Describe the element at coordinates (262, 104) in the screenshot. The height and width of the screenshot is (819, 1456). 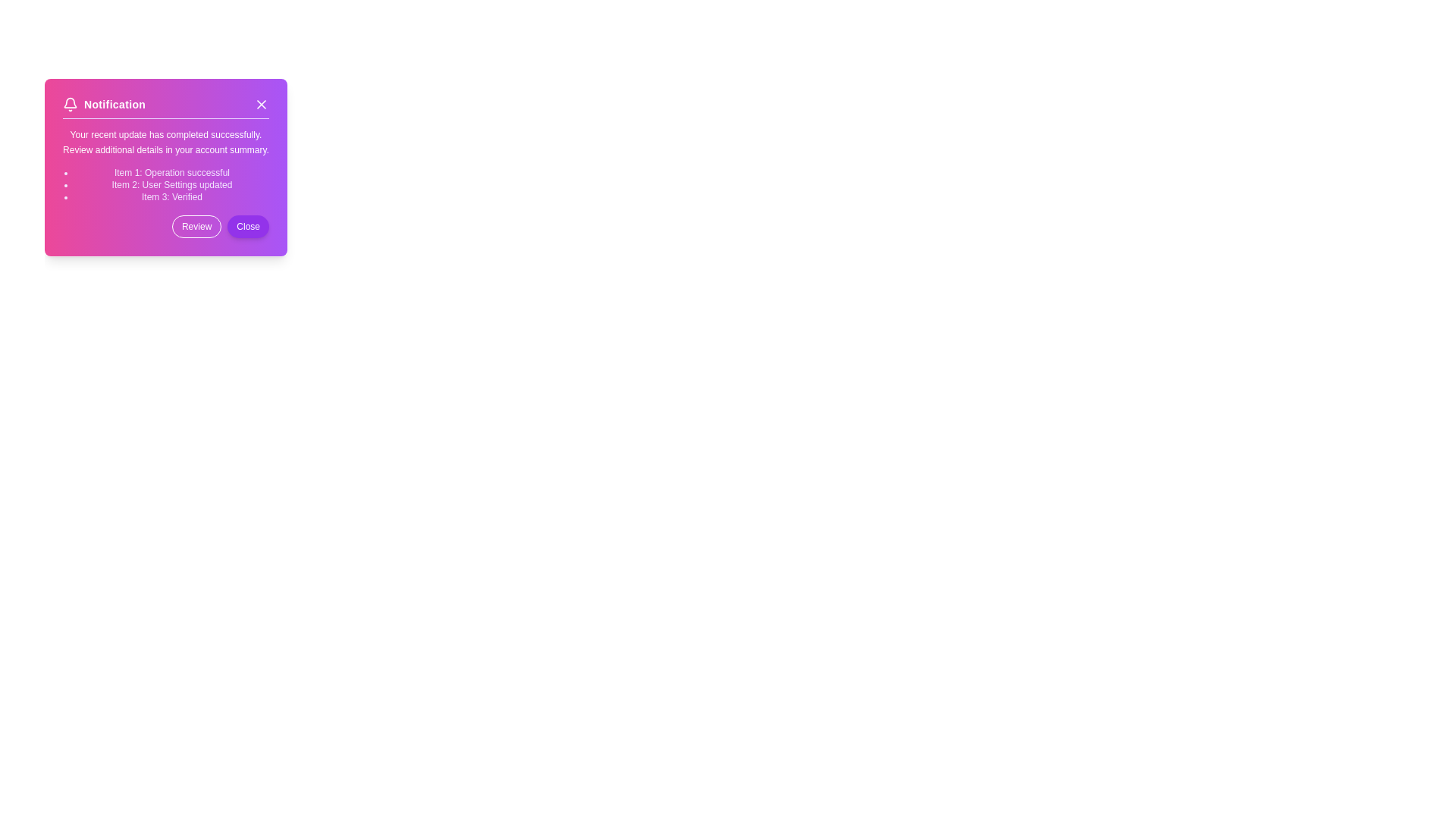
I see `the close graphical icon located in the top-right corner of the notification dialog` at that location.